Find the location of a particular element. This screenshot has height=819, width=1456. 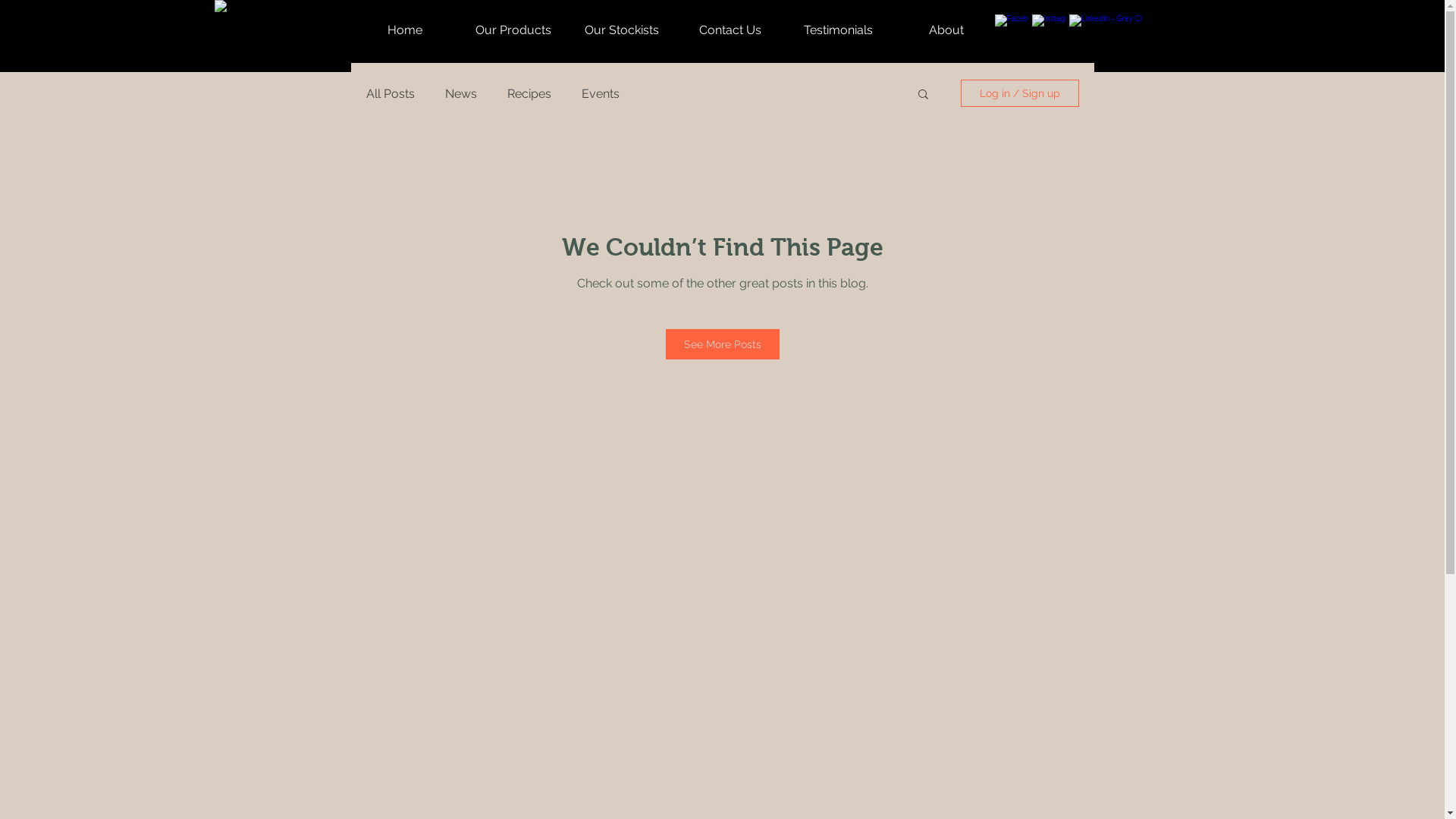

'Contact Us' is located at coordinates (730, 30).